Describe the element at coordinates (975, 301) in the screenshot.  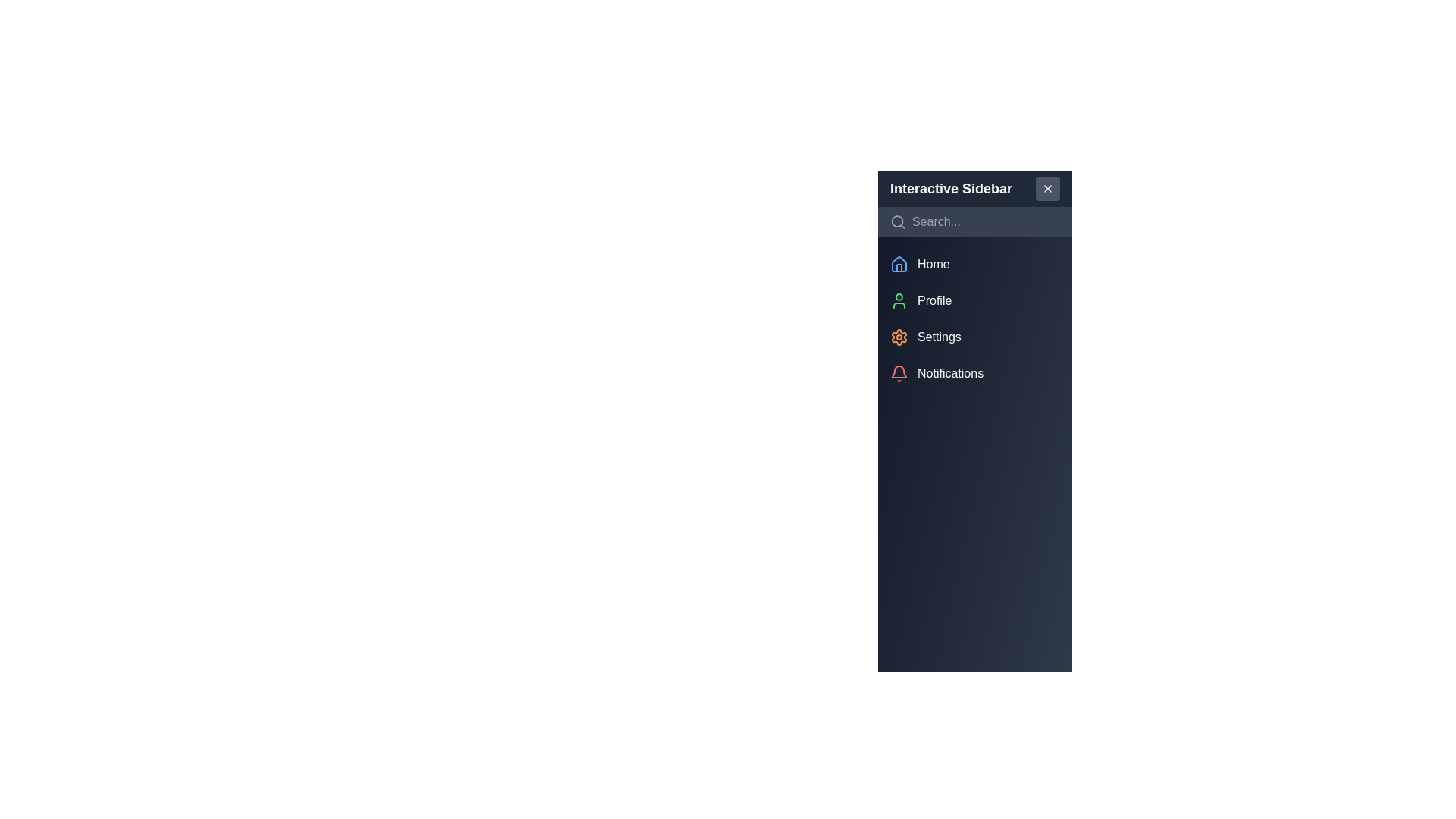
I see `the 'Profile' button, which is the second item in the sidebar list` at that location.